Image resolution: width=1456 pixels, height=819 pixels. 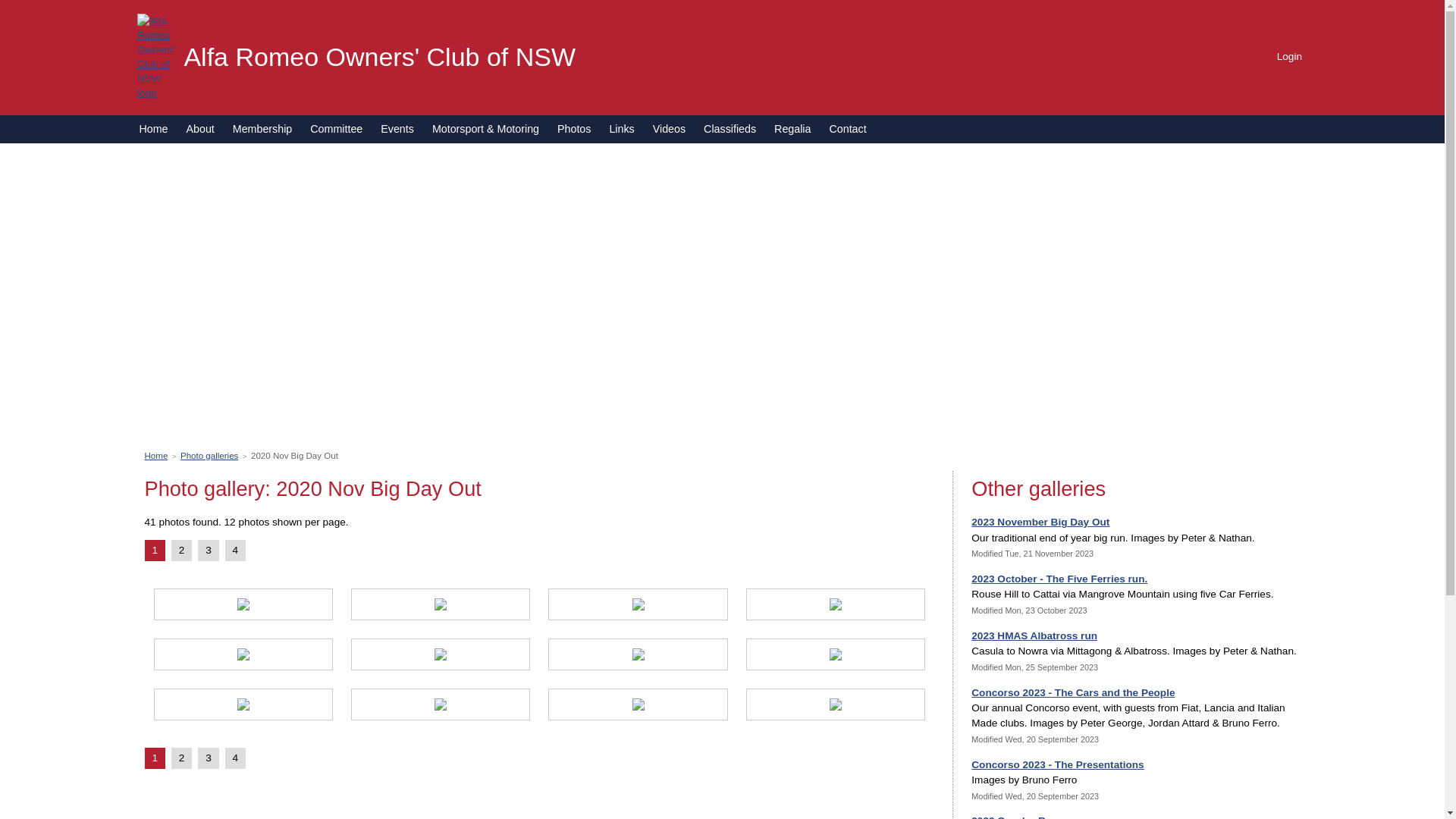 I want to click on 'Classifieds', so click(x=730, y=127).